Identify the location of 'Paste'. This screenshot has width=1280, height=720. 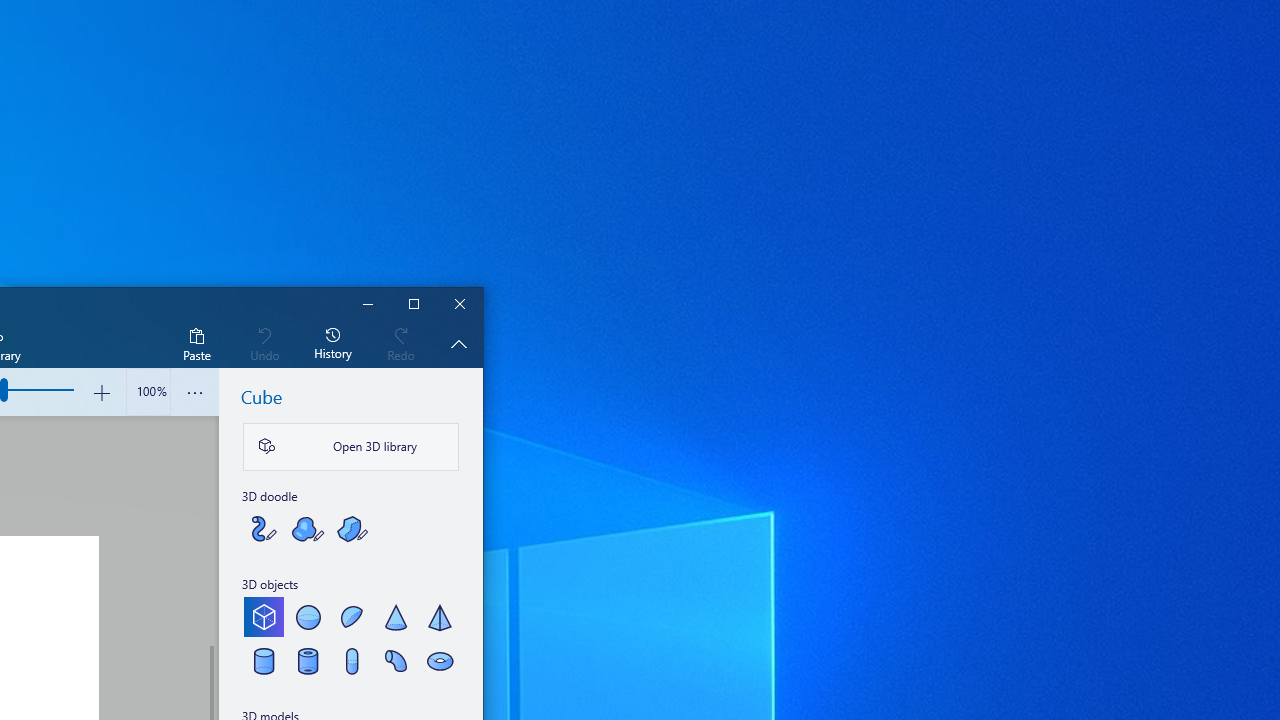
(196, 342).